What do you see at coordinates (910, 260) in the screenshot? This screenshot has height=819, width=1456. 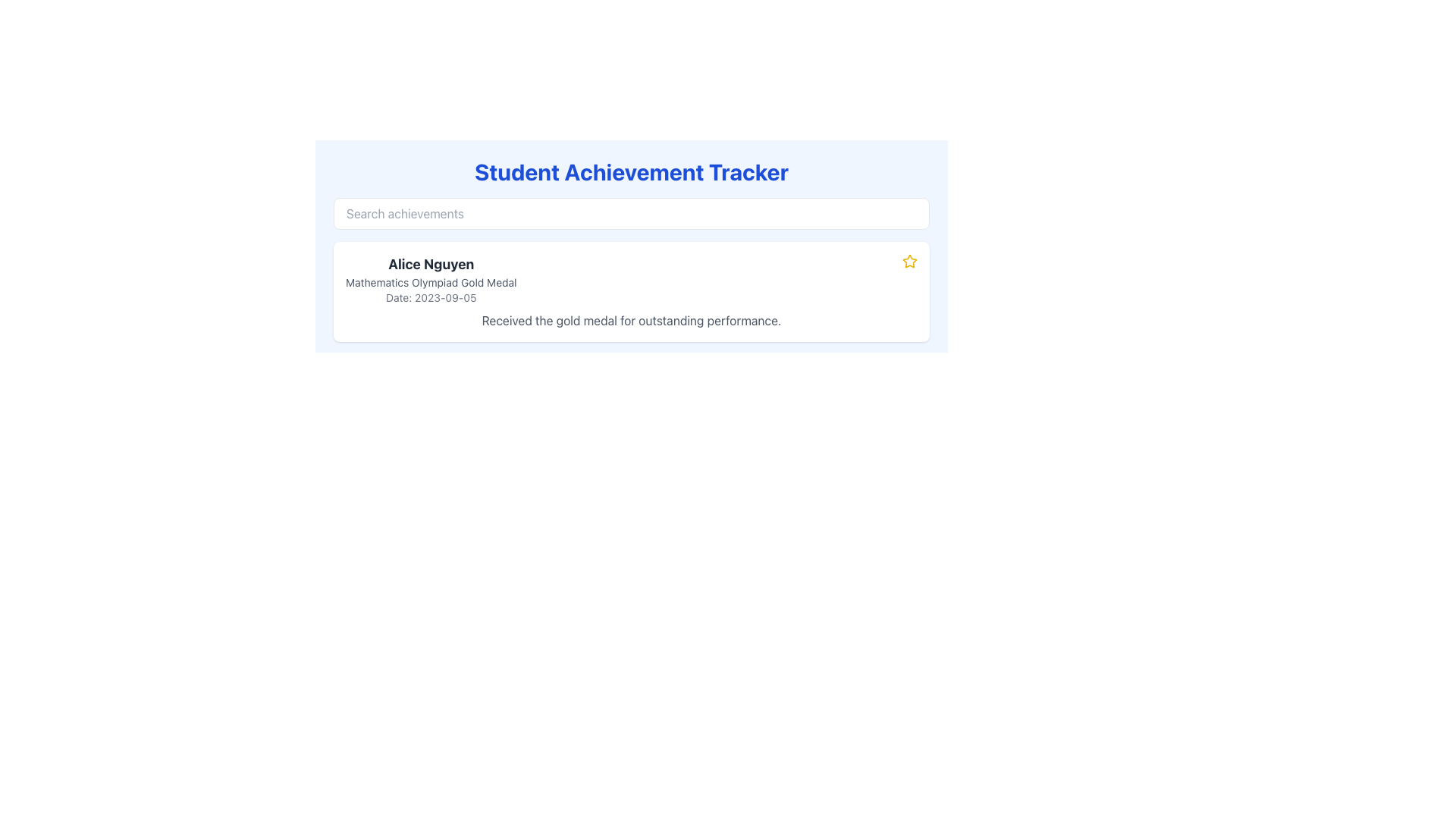 I see `the decorative star icon located at the bottom-right of the content card showcasing Alice Nguyen's achievement details` at bounding box center [910, 260].